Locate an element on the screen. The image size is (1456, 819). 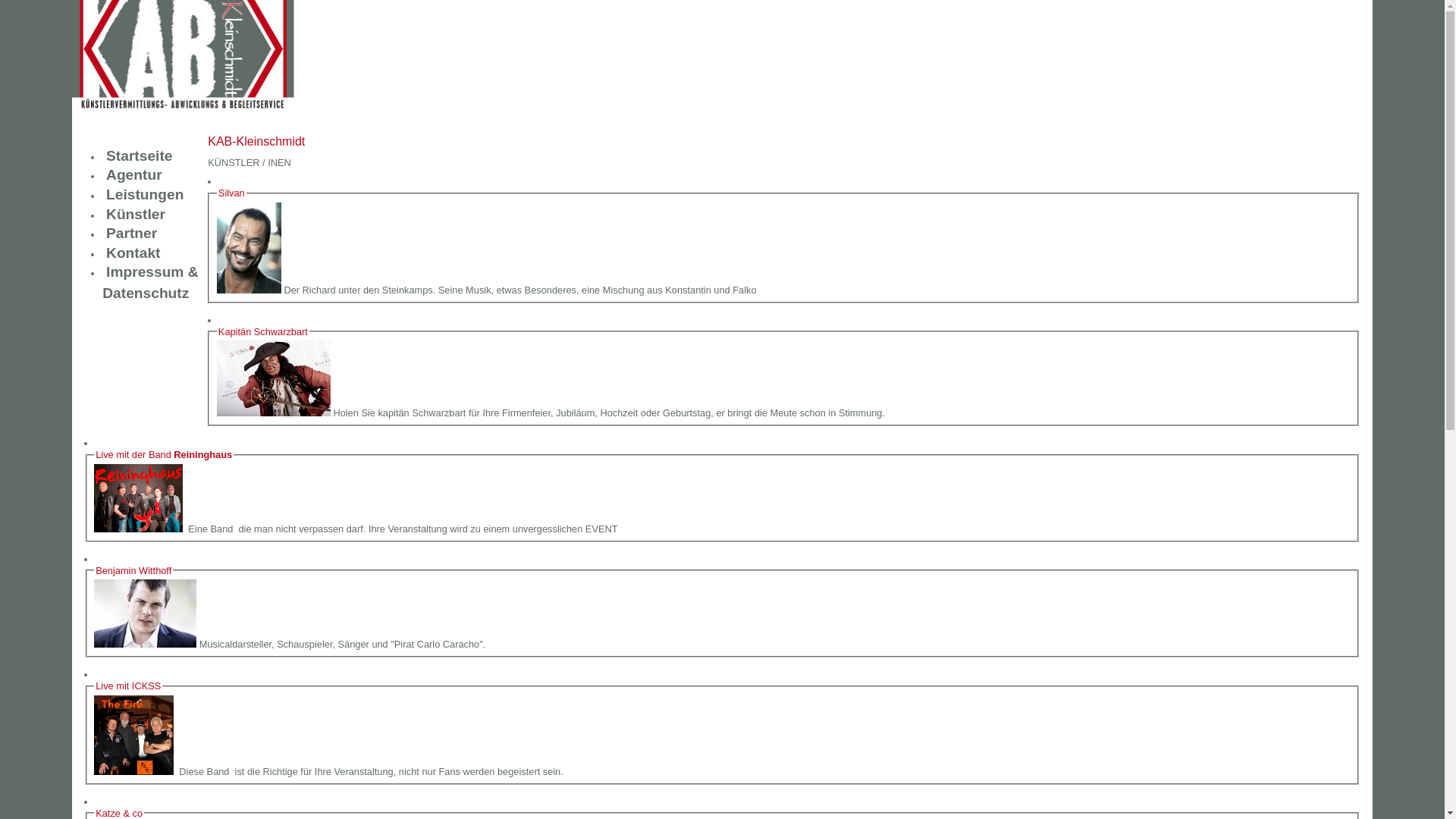
'Leistungen' is located at coordinates (145, 193).